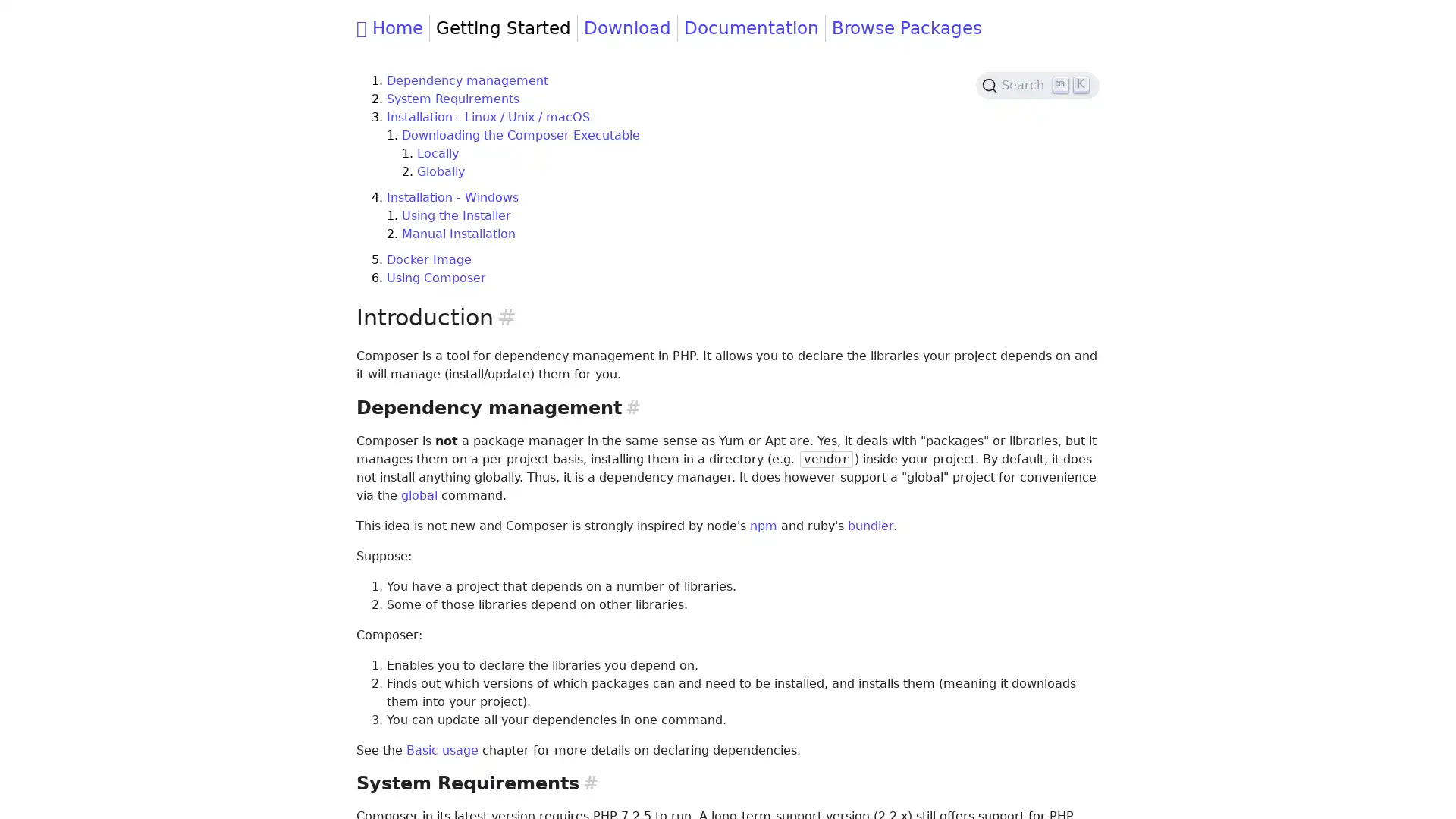 This screenshot has width=1456, height=819. Describe the element at coordinates (1037, 84) in the screenshot. I see `Search` at that location.